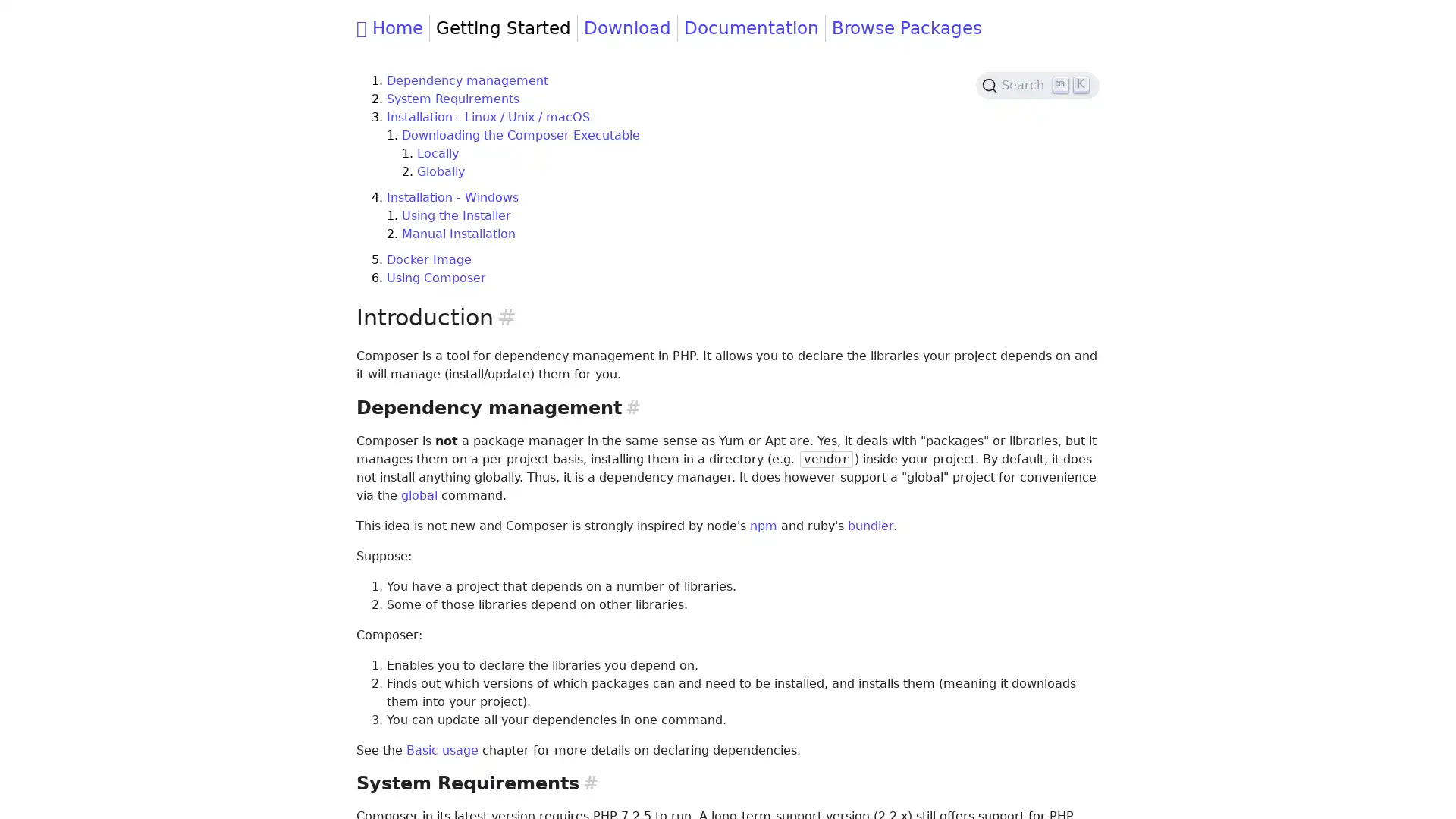 This screenshot has width=1456, height=819. Describe the element at coordinates (1037, 84) in the screenshot. I see `Search` at that location.